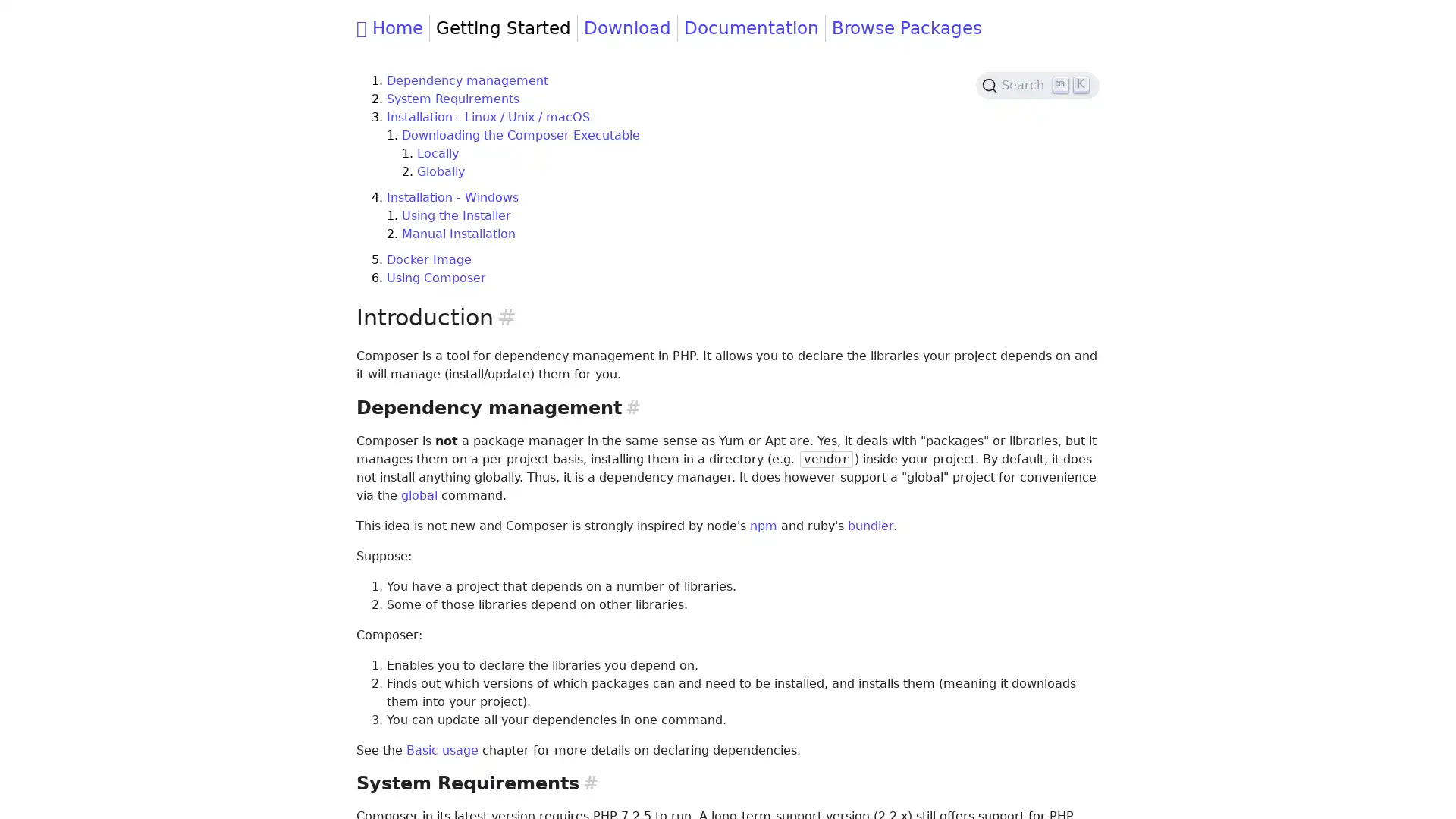 This screenshot has width=1456, height=819. Describe the element at coordinates (1037, 84) in the screenshot. I see `Search` at that location.